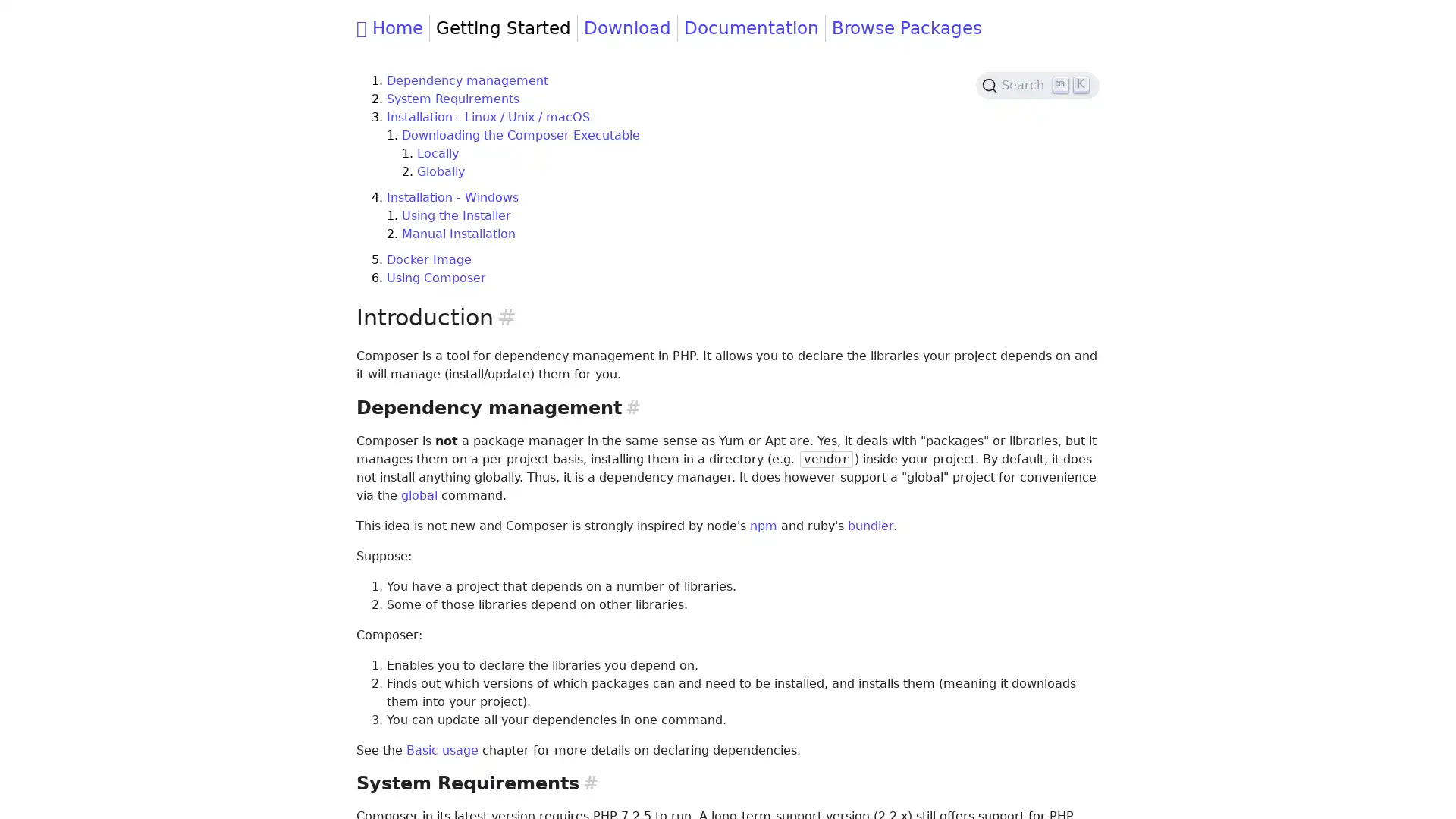 This screenshot has width=1456, height=819. Describe the element at coordinates (1037, 84) in the screenshot. I see `Search` at that location.